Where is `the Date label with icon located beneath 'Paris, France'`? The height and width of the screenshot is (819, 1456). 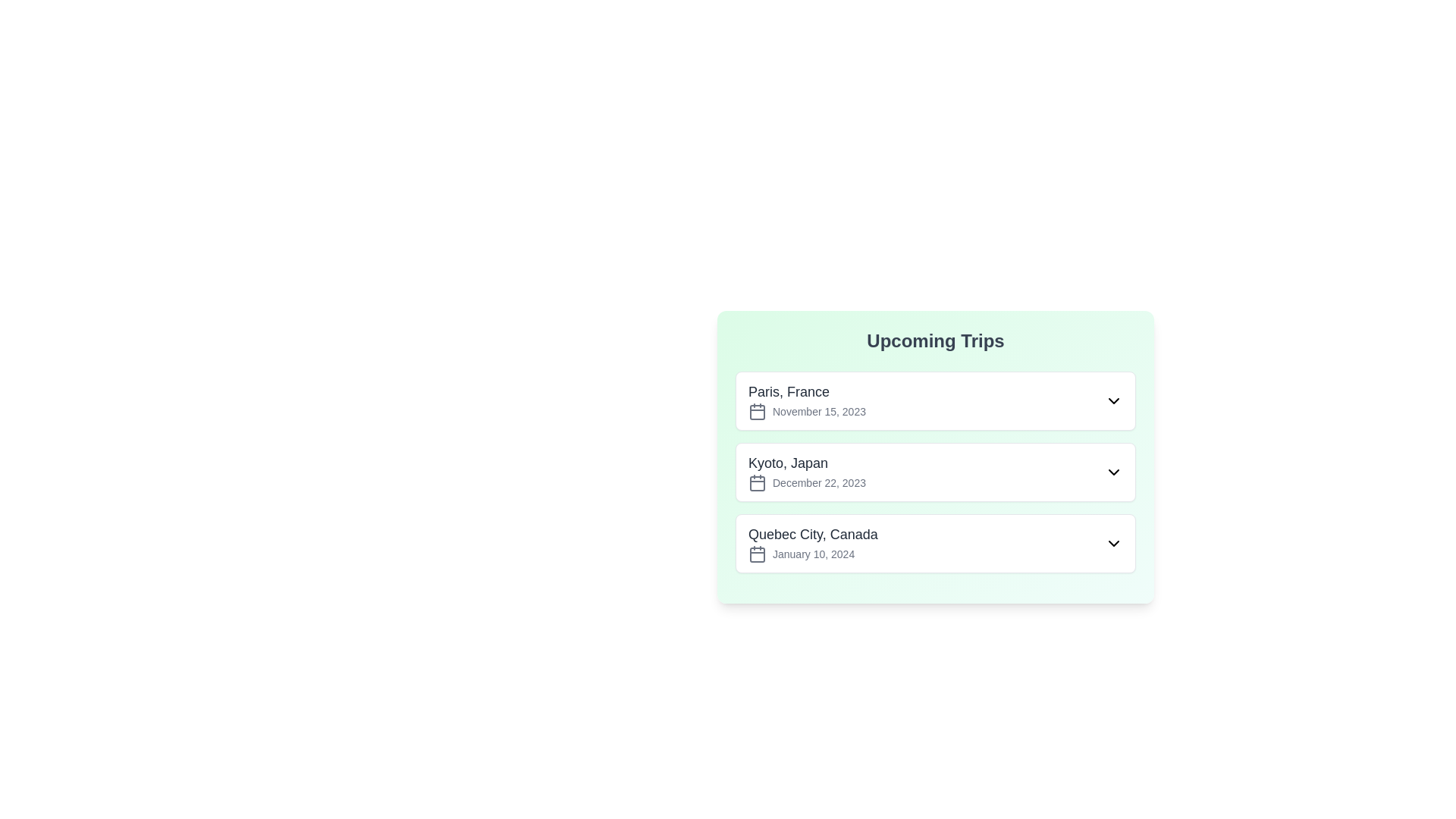 the Date label with icon located beneath 'Paris, France' is located at coordinates (806, 412).